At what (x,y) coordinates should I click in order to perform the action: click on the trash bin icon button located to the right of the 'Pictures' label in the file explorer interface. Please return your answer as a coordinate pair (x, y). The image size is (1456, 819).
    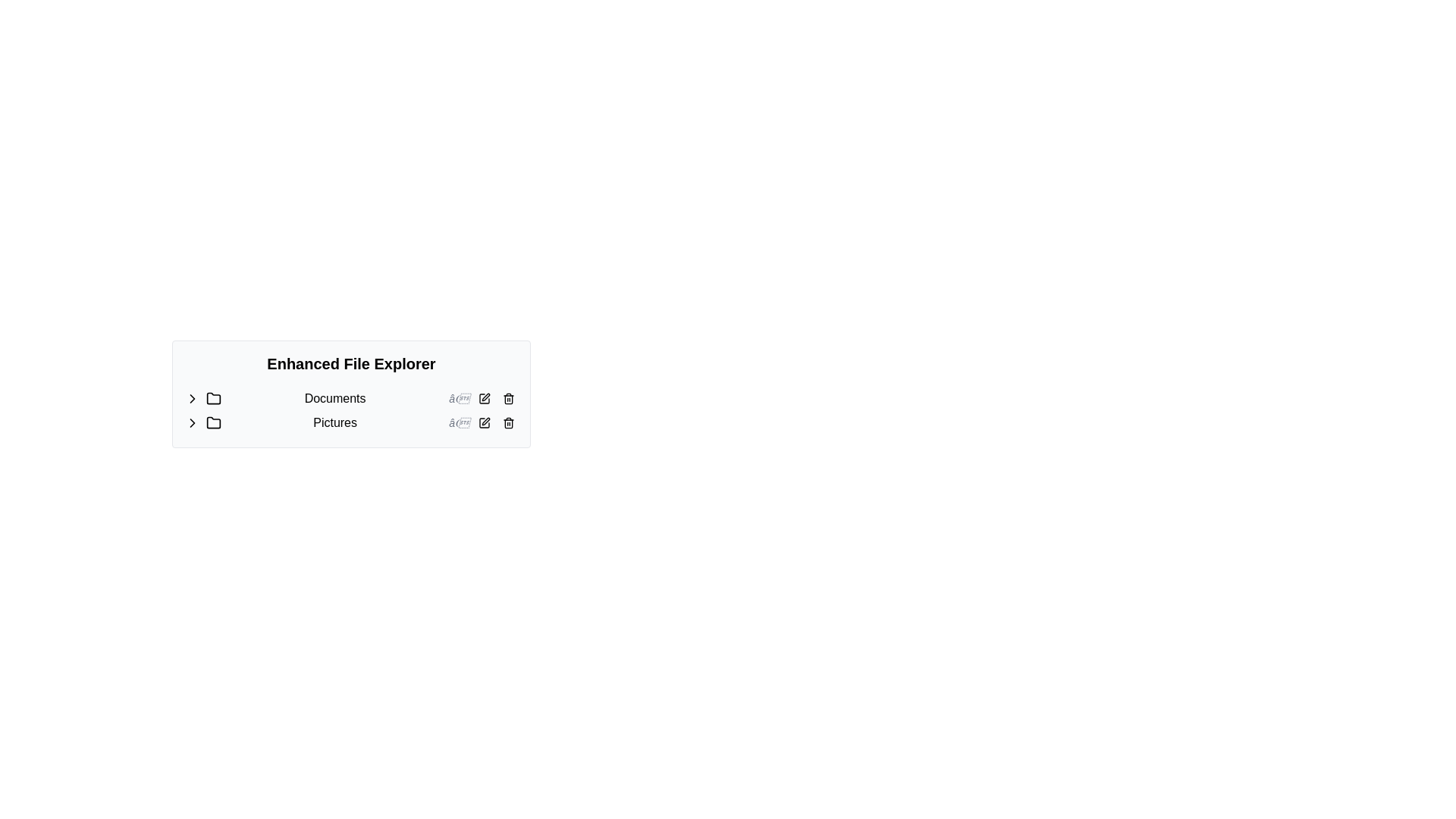
    Looking at the image, I should click on (509, 423).